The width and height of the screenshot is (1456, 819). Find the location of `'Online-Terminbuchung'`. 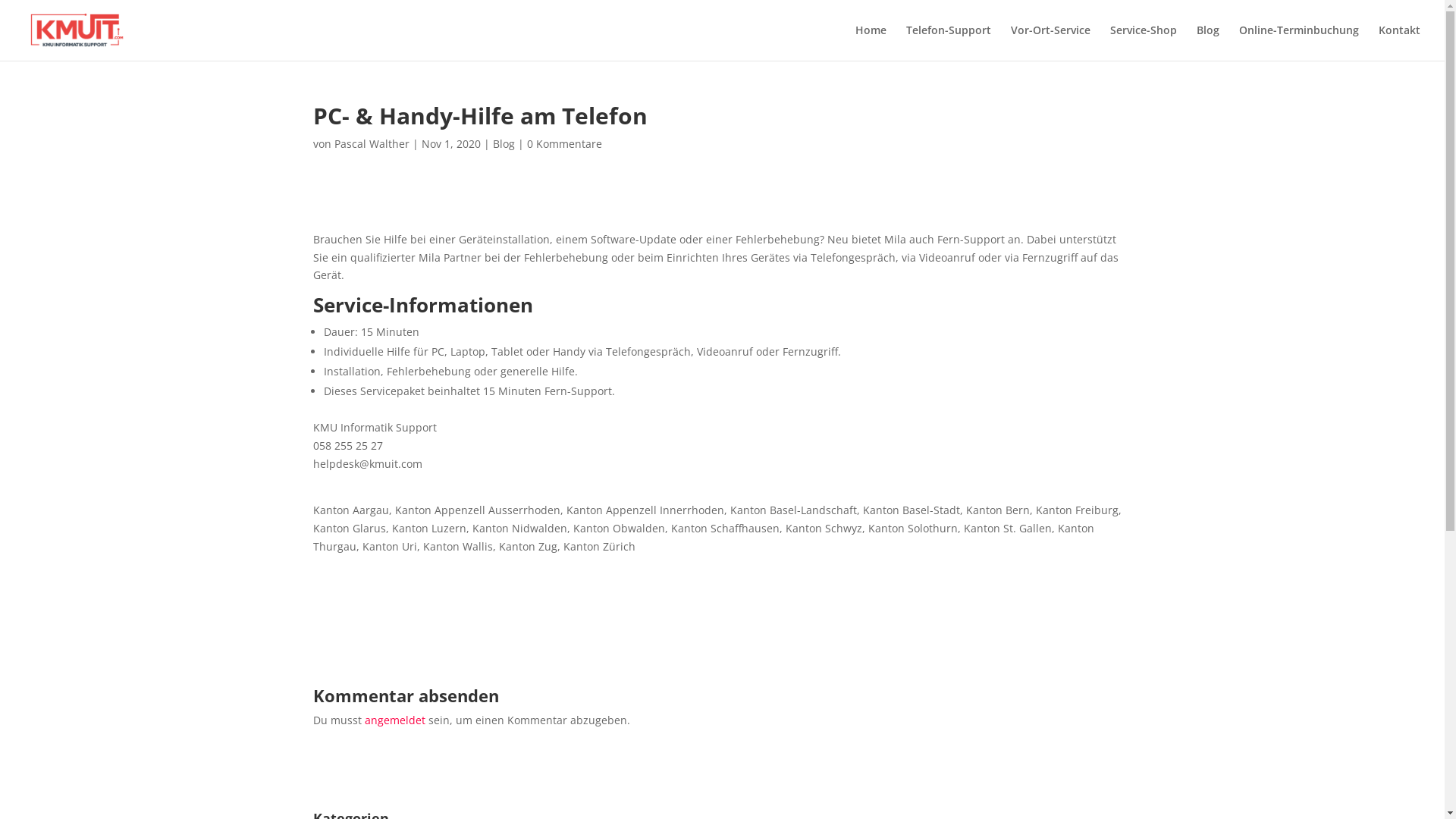

'Online-Terminbuchung' is located at coordinates (1298, 42).